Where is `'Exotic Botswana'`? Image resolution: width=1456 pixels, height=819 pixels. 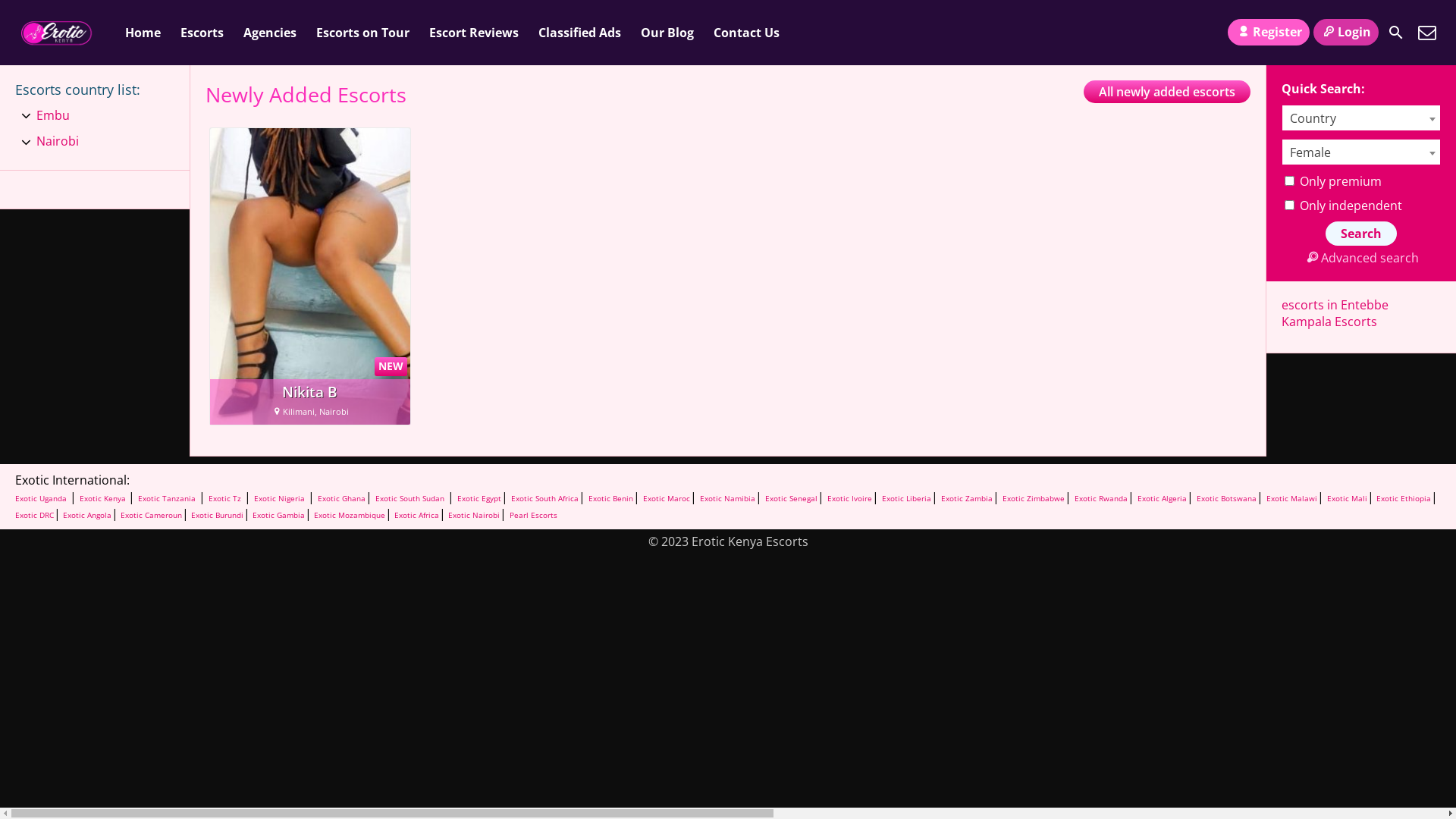 'Exotic Botswana' is located at coordinates (1196, 497).